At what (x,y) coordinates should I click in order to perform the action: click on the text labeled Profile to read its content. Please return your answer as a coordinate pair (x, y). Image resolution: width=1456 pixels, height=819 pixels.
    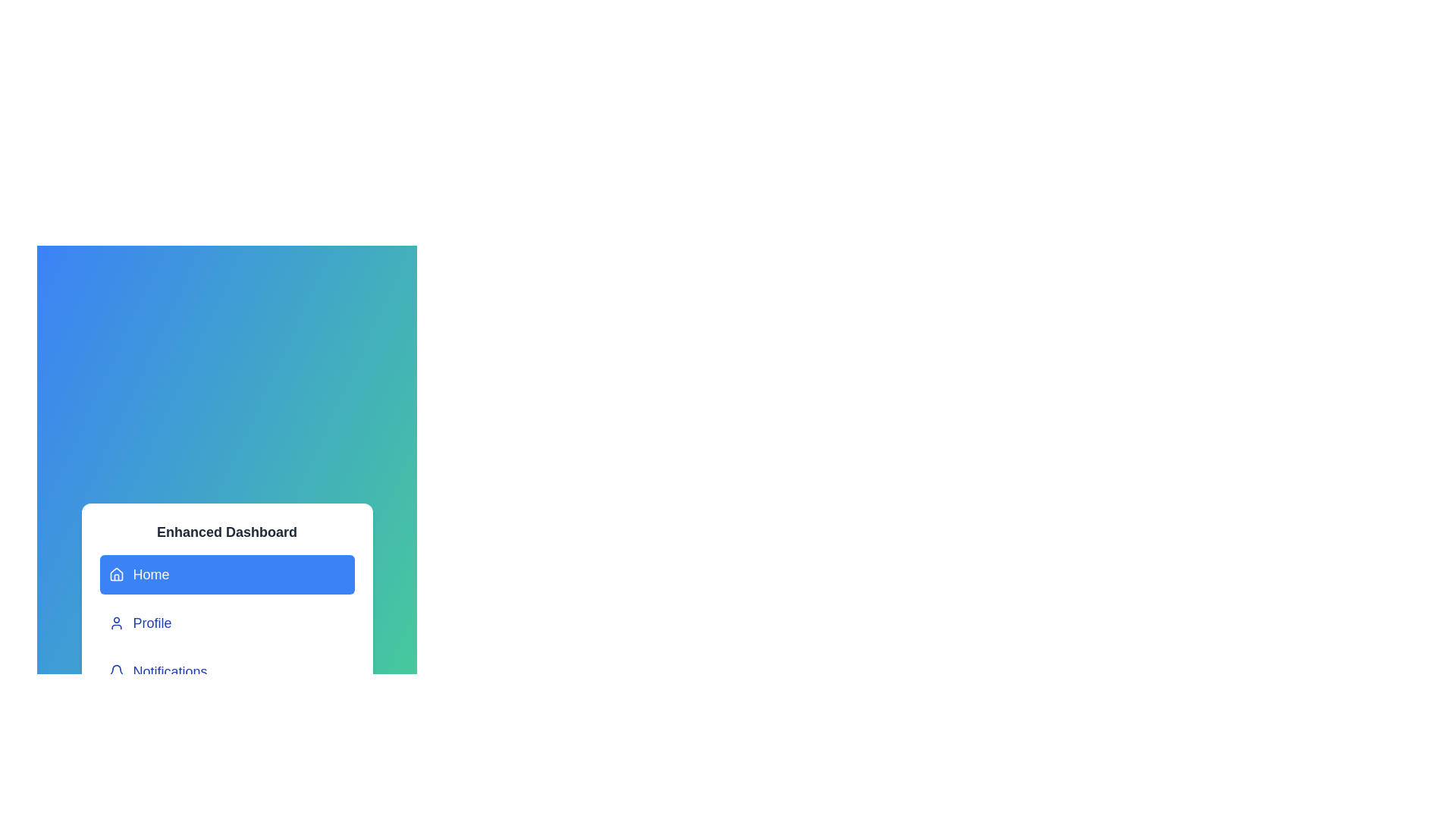
    Looking at the image, I should click on (226, 623).